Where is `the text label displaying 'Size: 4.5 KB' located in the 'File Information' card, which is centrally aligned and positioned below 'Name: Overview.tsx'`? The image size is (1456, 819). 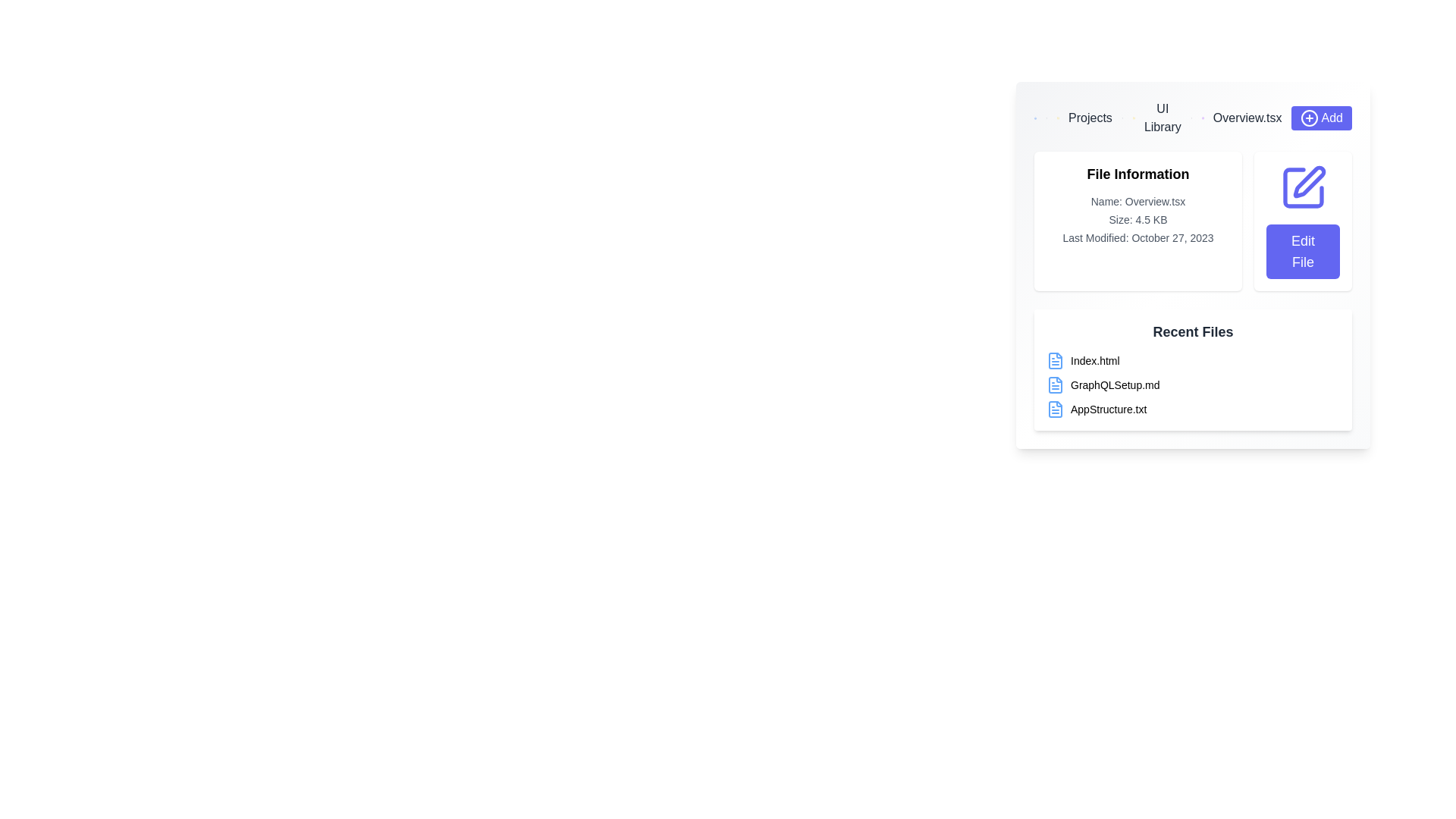
the text label displaying 'Size: 4.5 KB' located in the 'File Information' card, which is centrally aligned and positioned below 'Name: Overview.tsx' is located at coordinates (1138, 219).